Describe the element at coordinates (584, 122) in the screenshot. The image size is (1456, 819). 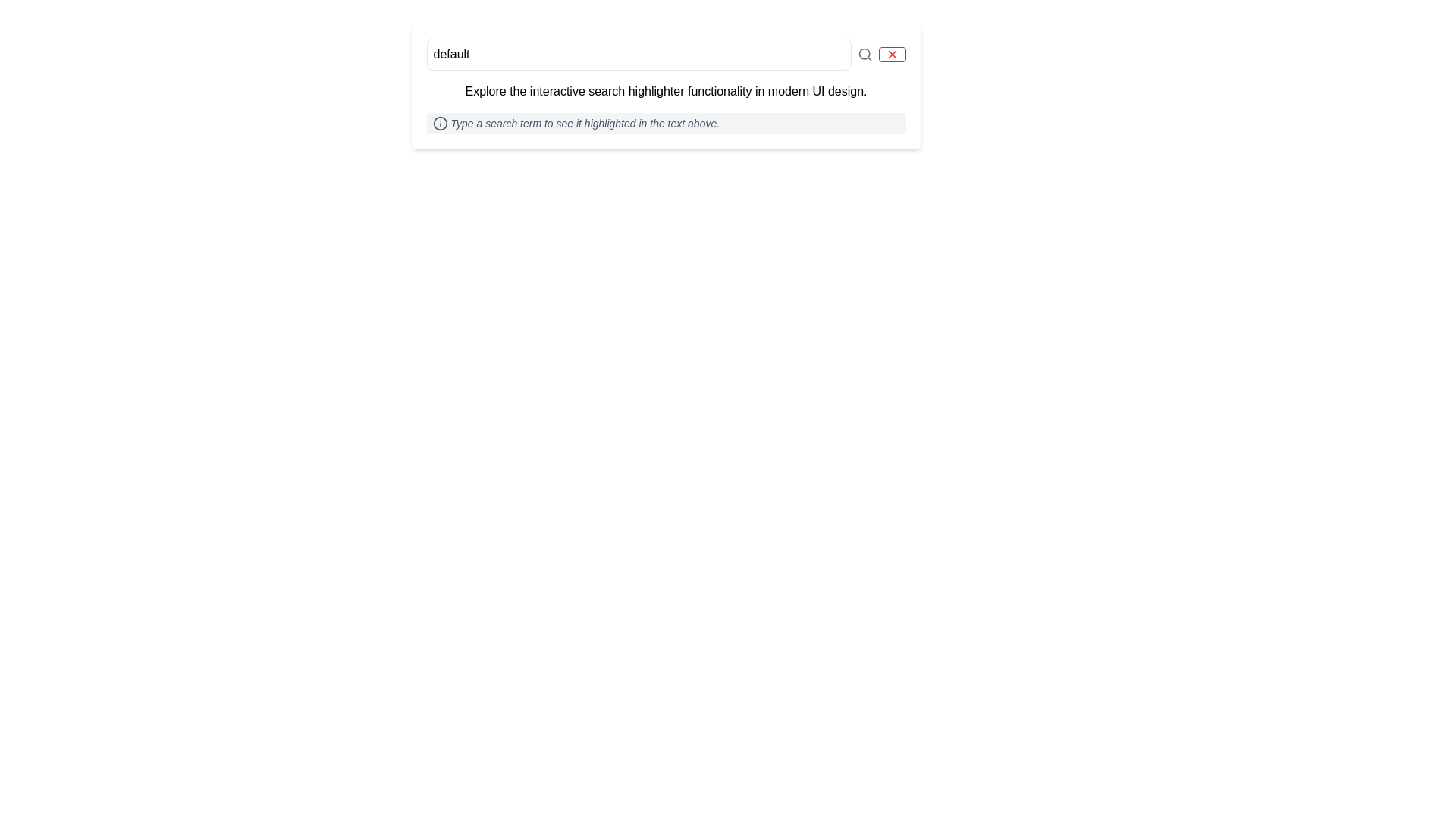
I see `the italic text label displaying 'Type a search term` at that location.